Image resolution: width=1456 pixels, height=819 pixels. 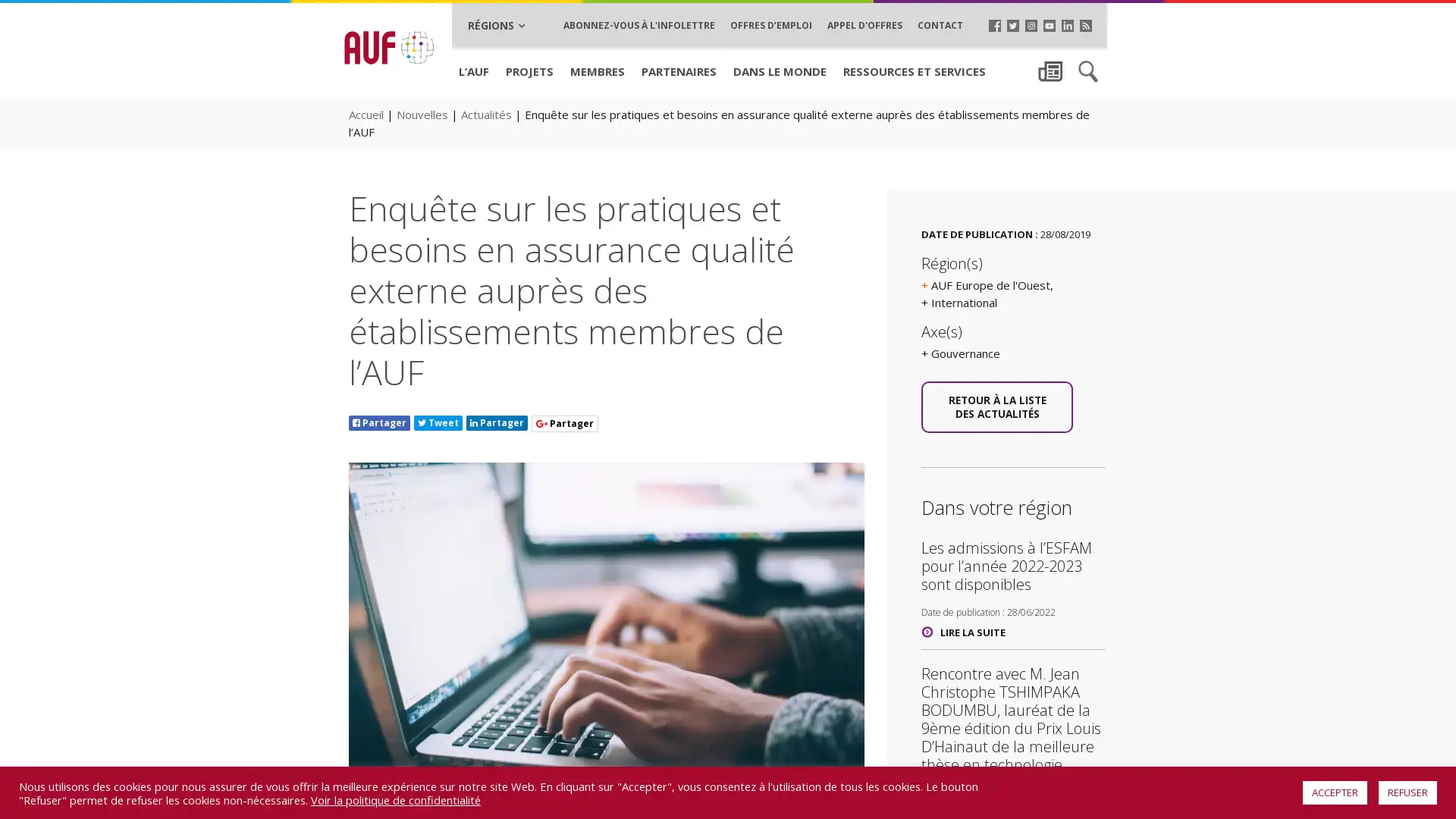 What do you see at coordinates (1407, 792) in the screenshot?
I see `REFUSER` at bounding box center [1407, 792].